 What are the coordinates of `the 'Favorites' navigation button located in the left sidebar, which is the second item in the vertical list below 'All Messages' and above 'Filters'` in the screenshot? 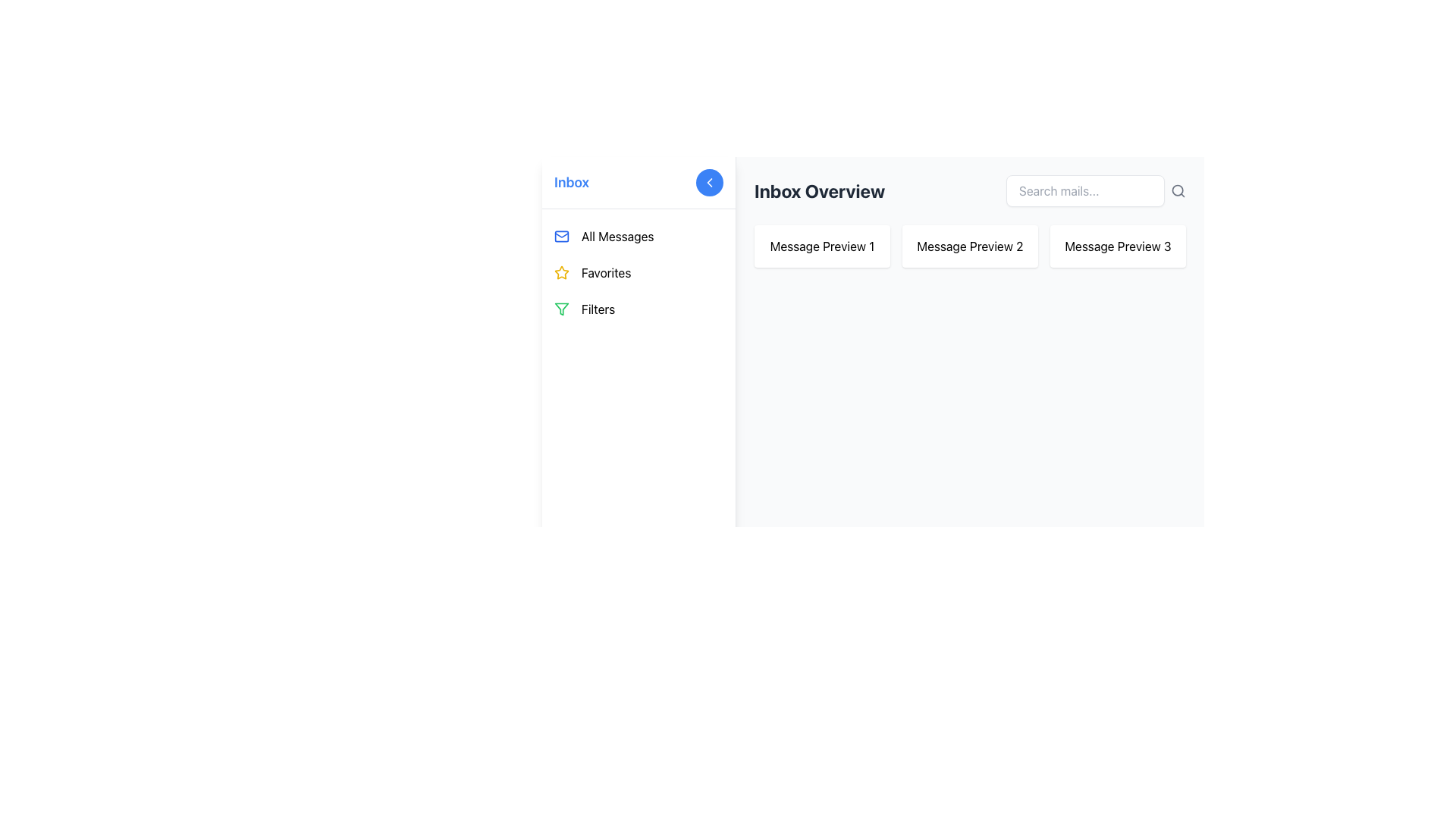 It's located at (639, 271).